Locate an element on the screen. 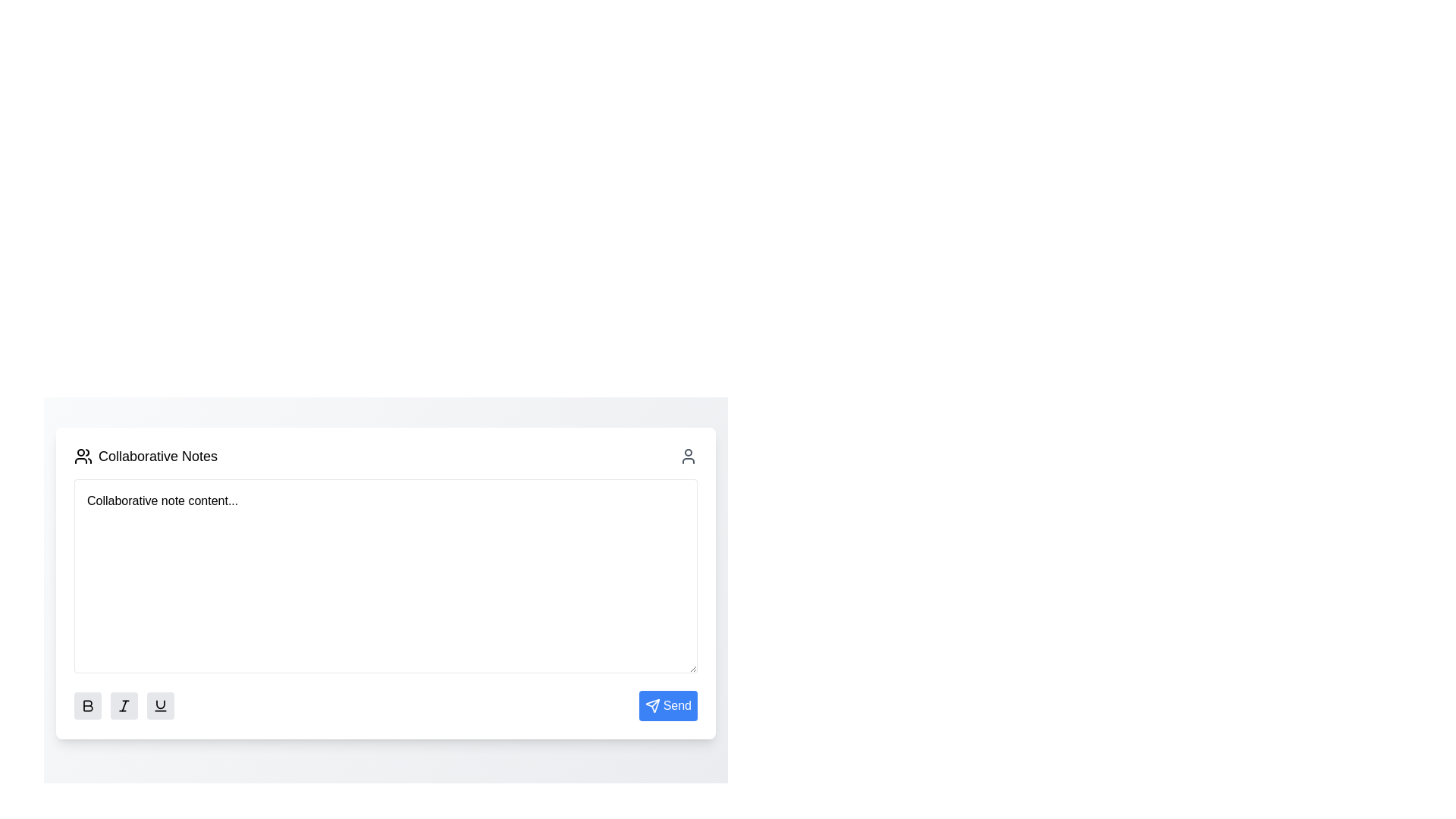  the underline button located in the bottom center area of the interface, specifically the third button from the left among similar-sized buttons including 'Bold' and 'Italic' is located at coordinates (160, 705).